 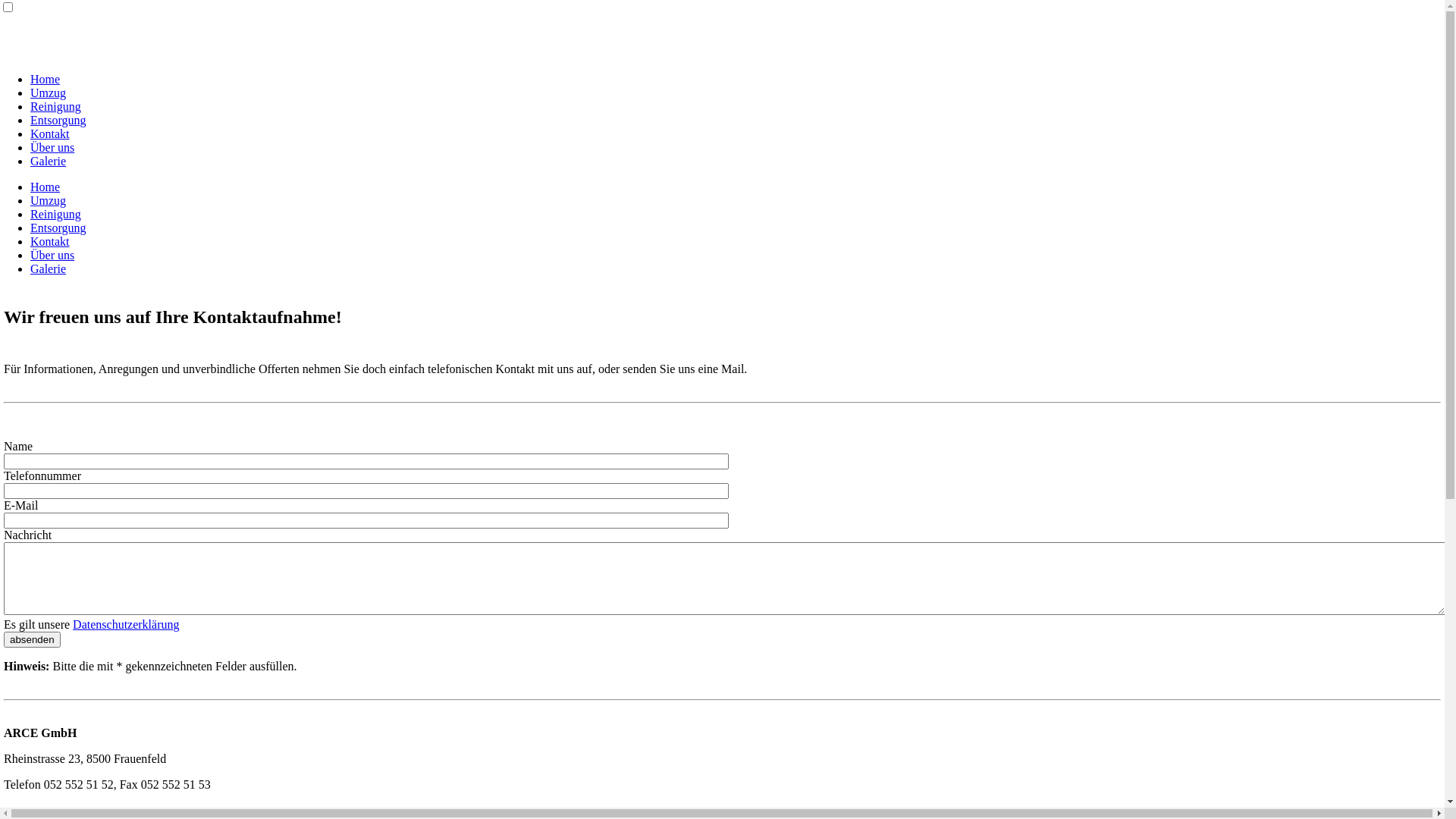 What do you see at coordinates (55, 214) in the screenshot?
I see `'Reinigung'` at bounding box center [55, 214].